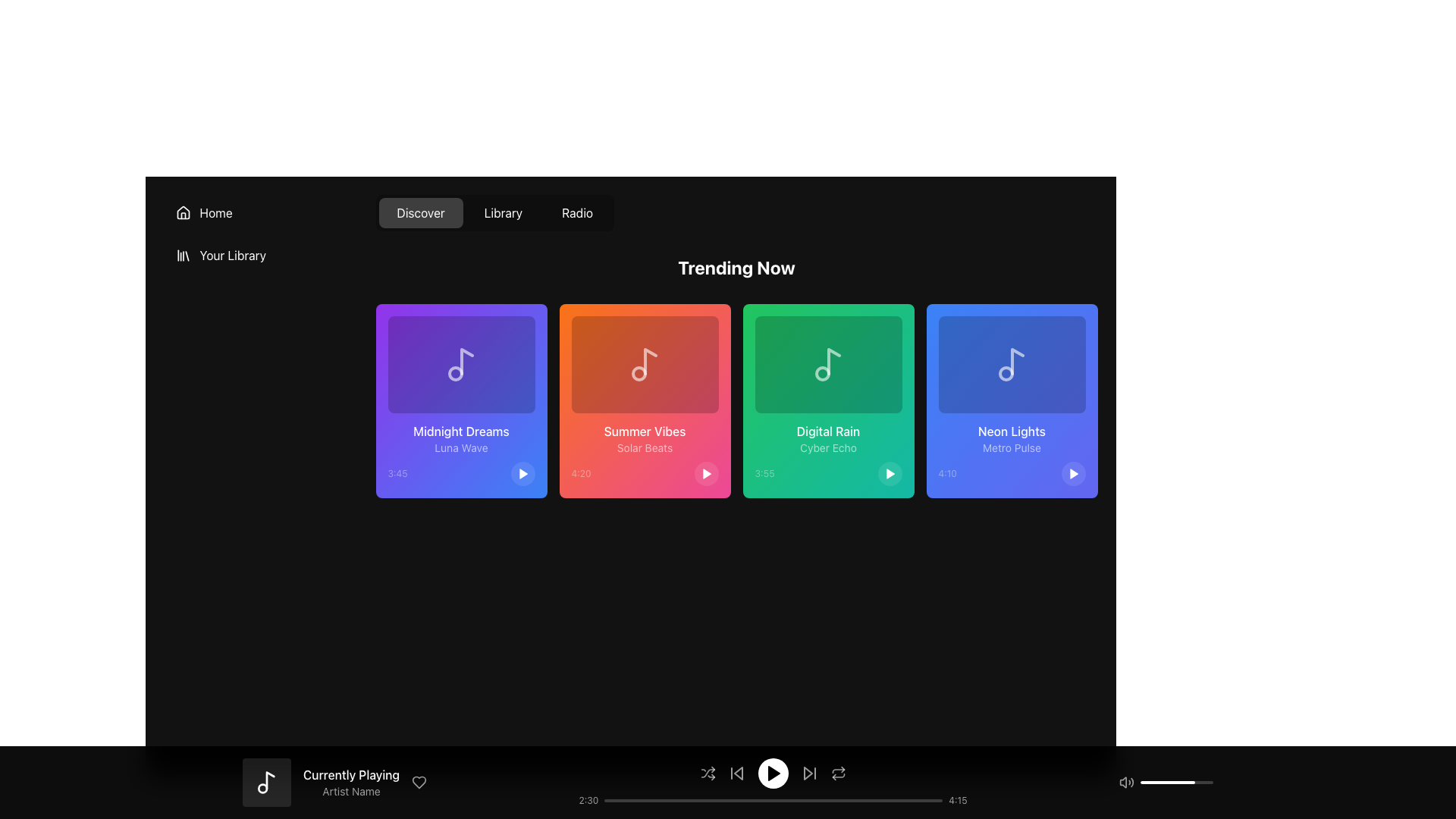  What do you see at coordinates (736, 773) in the screenshot?
I see `the left-pointing triangular arrow button located in the bottom media control area` at bounding box center [736, 773].